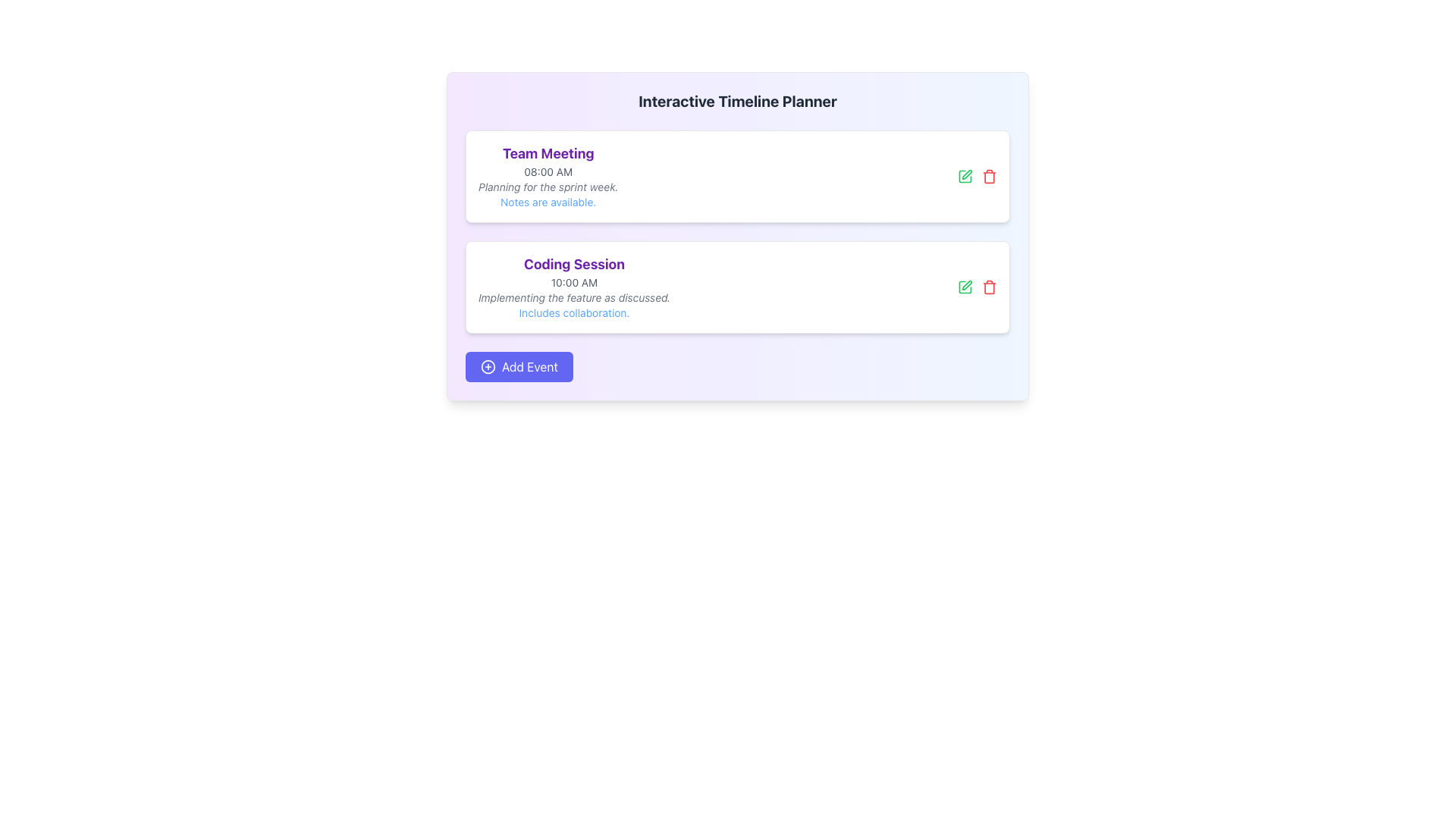 This screenshot has height=819, width=1456. What do you see at coordinates (548, 201) in the screenshot?
I see `Text Label that provides additional information about the accessibility of notes for the meeting, located beneath the description text 'Planning for the sprint week.'` at bounding box center [548, 201].